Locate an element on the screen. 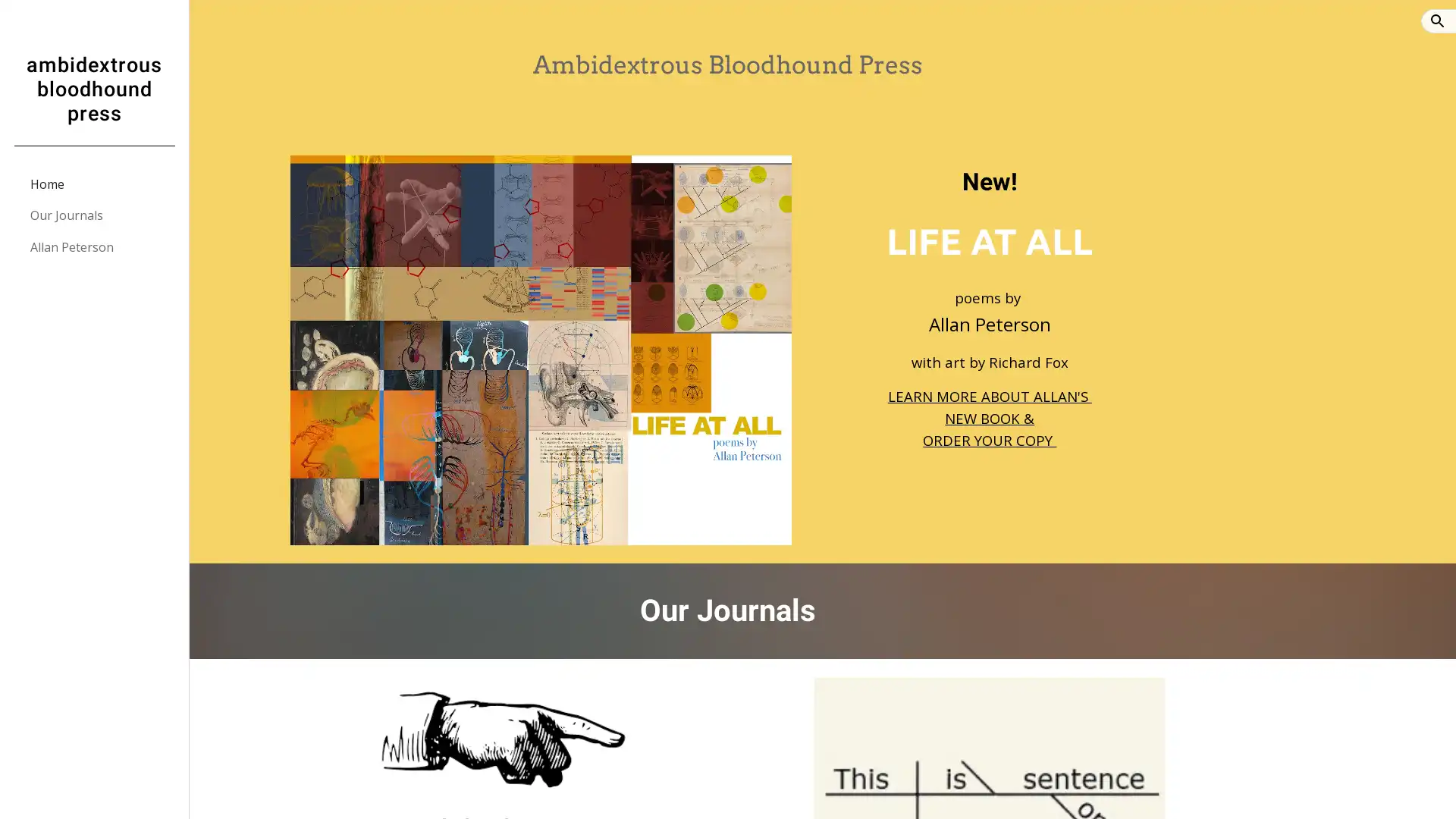  Copy heading link is located at coordinates (927, 610).